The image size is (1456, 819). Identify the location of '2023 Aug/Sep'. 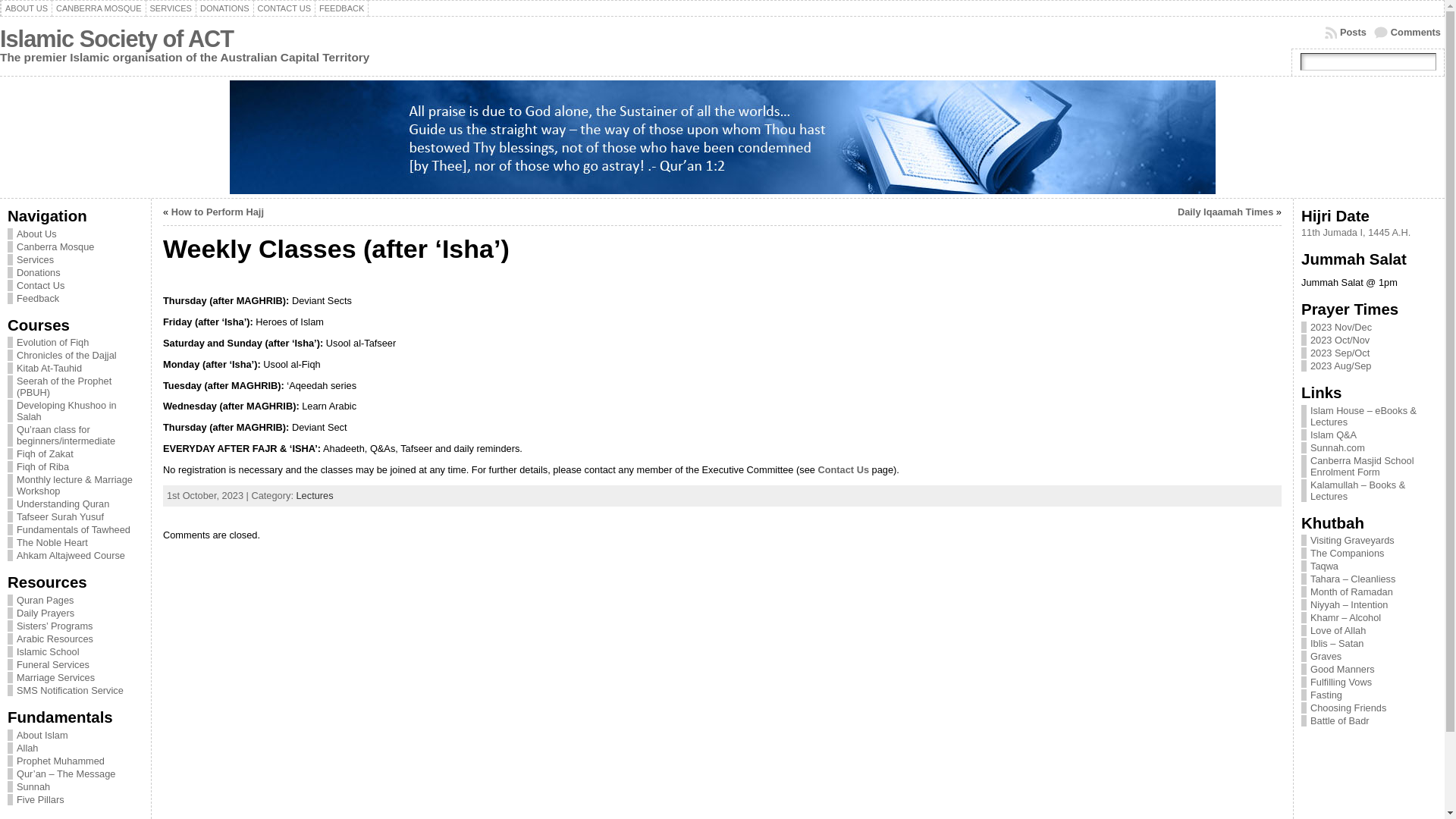
(1340, 366).